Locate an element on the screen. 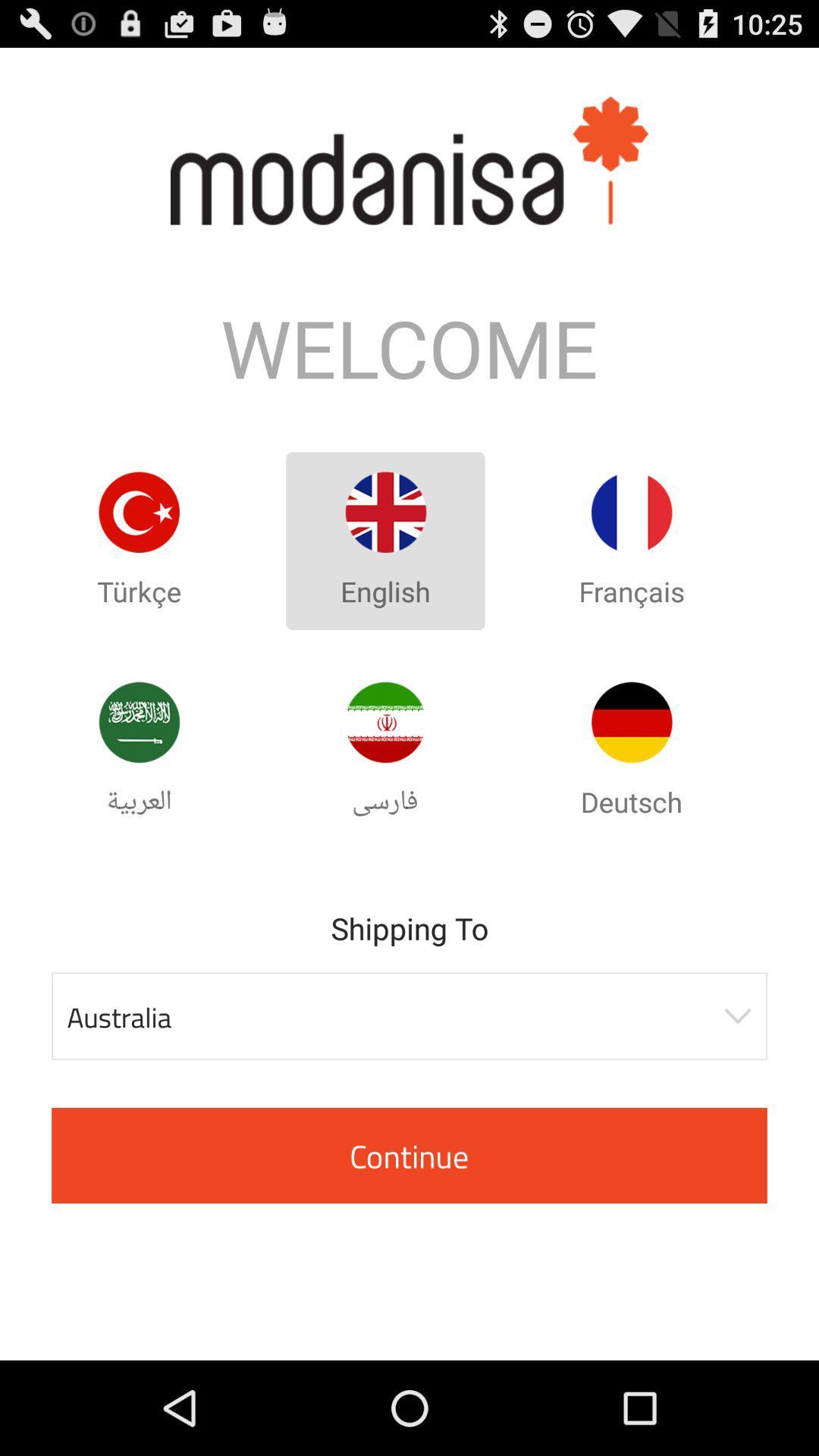  turkish language is located at coordinates (139, 512).